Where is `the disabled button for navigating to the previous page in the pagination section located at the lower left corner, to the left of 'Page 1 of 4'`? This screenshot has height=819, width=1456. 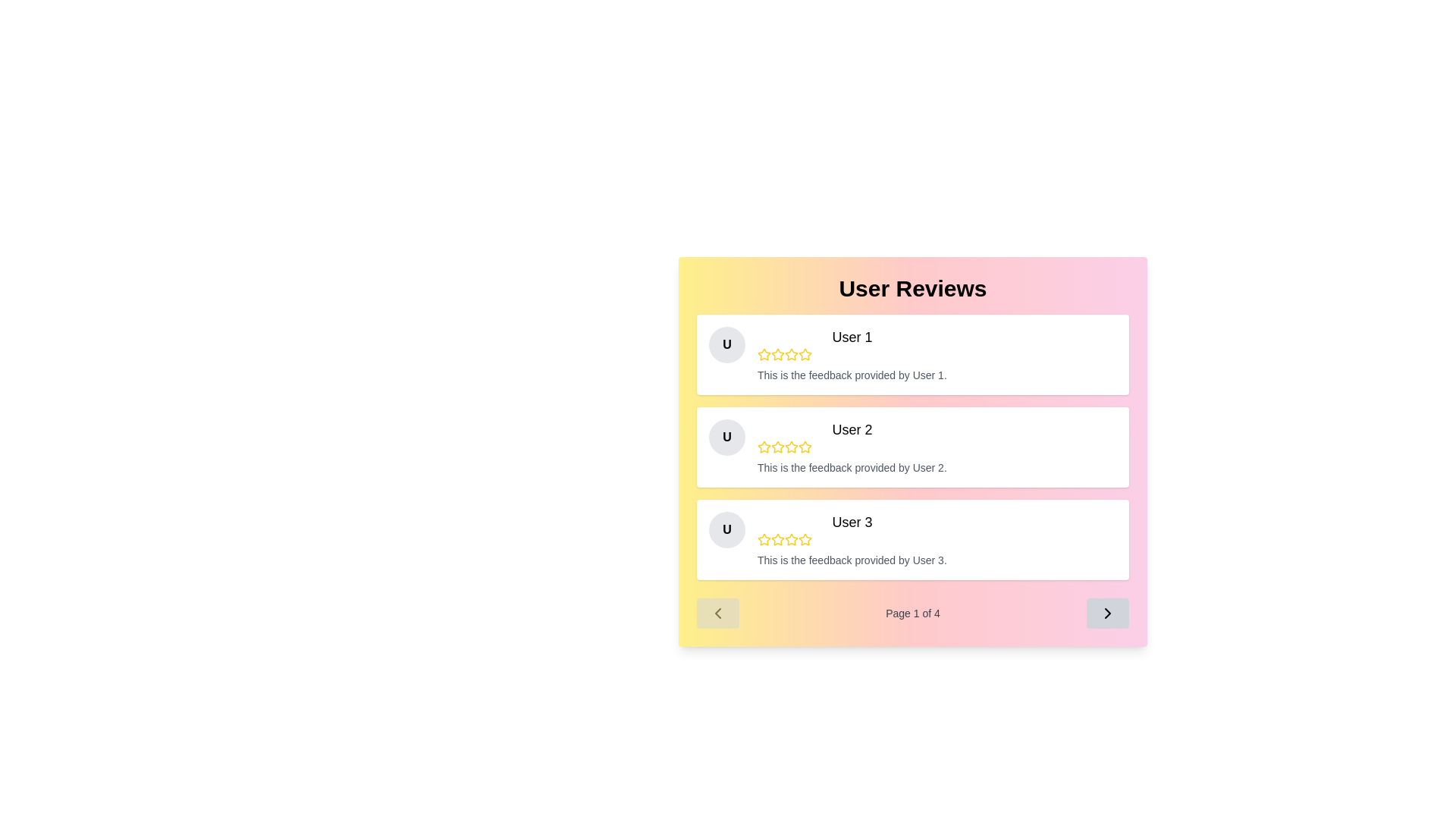
the disabled button for navigating to the previous page in the pagination section located at the lower left corner, to the left of 'Page 1 of 4' is located at coordinates (717, 613).